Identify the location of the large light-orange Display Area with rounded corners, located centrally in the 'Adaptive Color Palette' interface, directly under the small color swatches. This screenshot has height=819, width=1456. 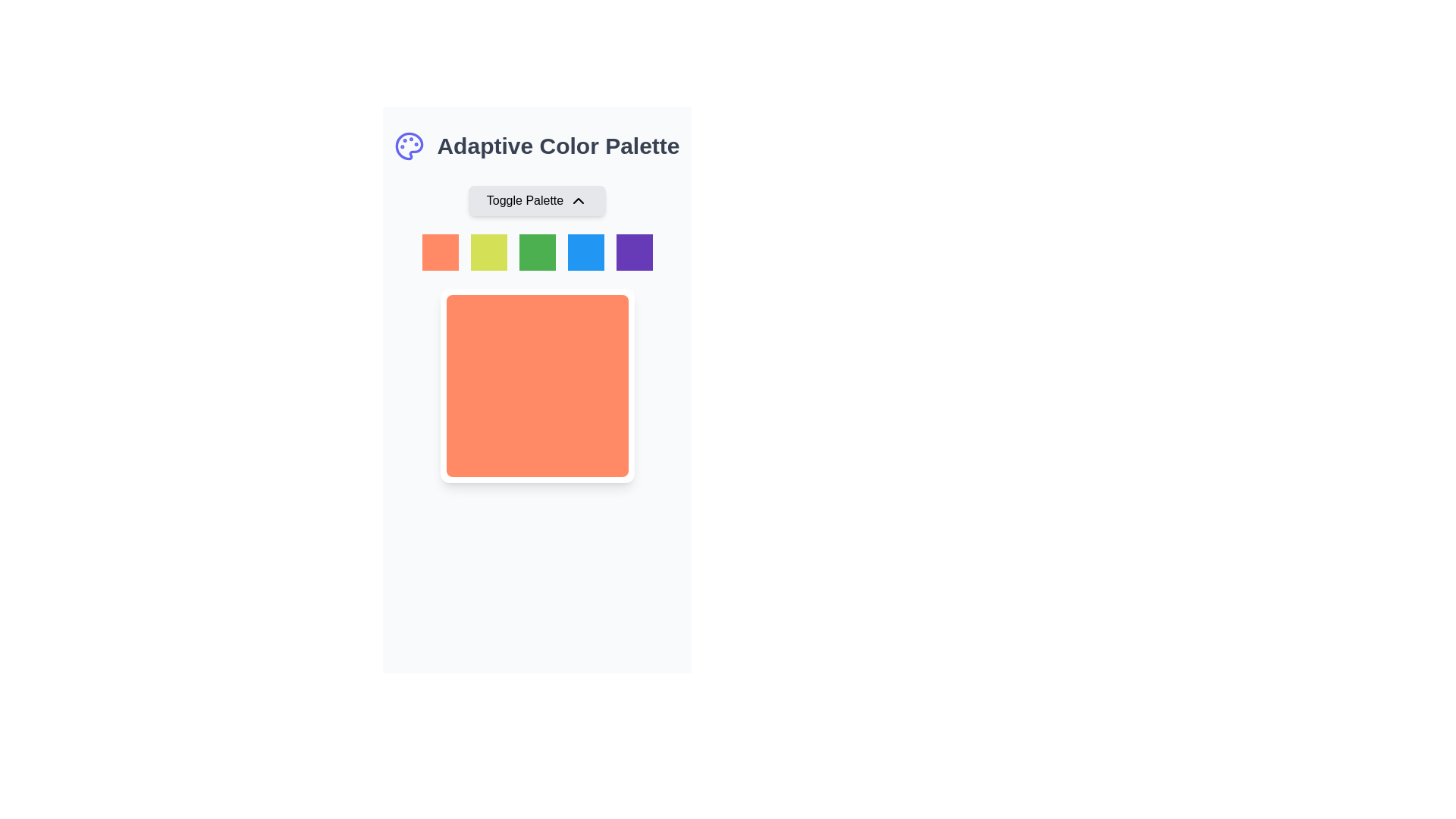
(537, 333).